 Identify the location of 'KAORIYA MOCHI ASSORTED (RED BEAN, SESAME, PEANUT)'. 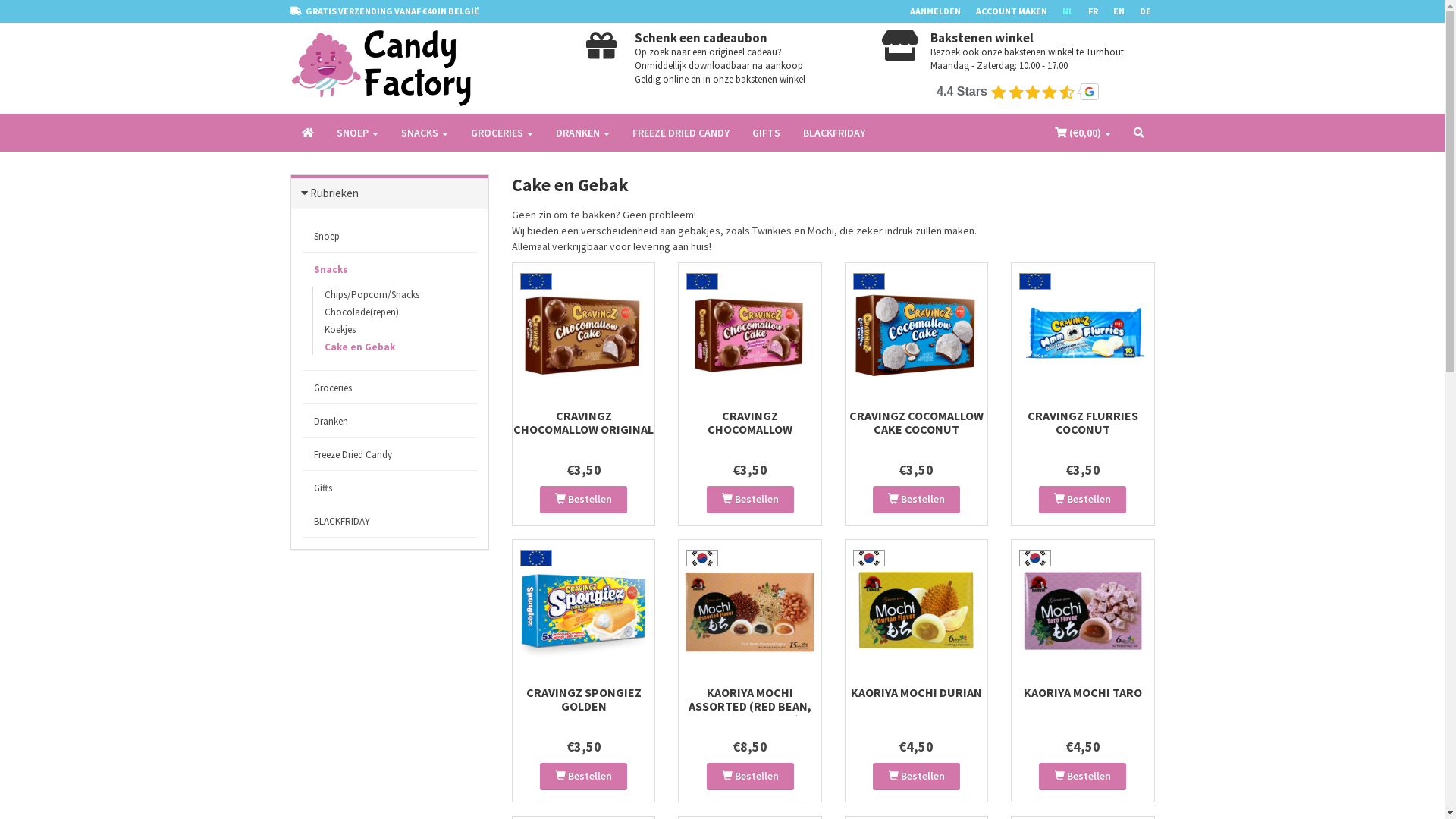
(749, 705).